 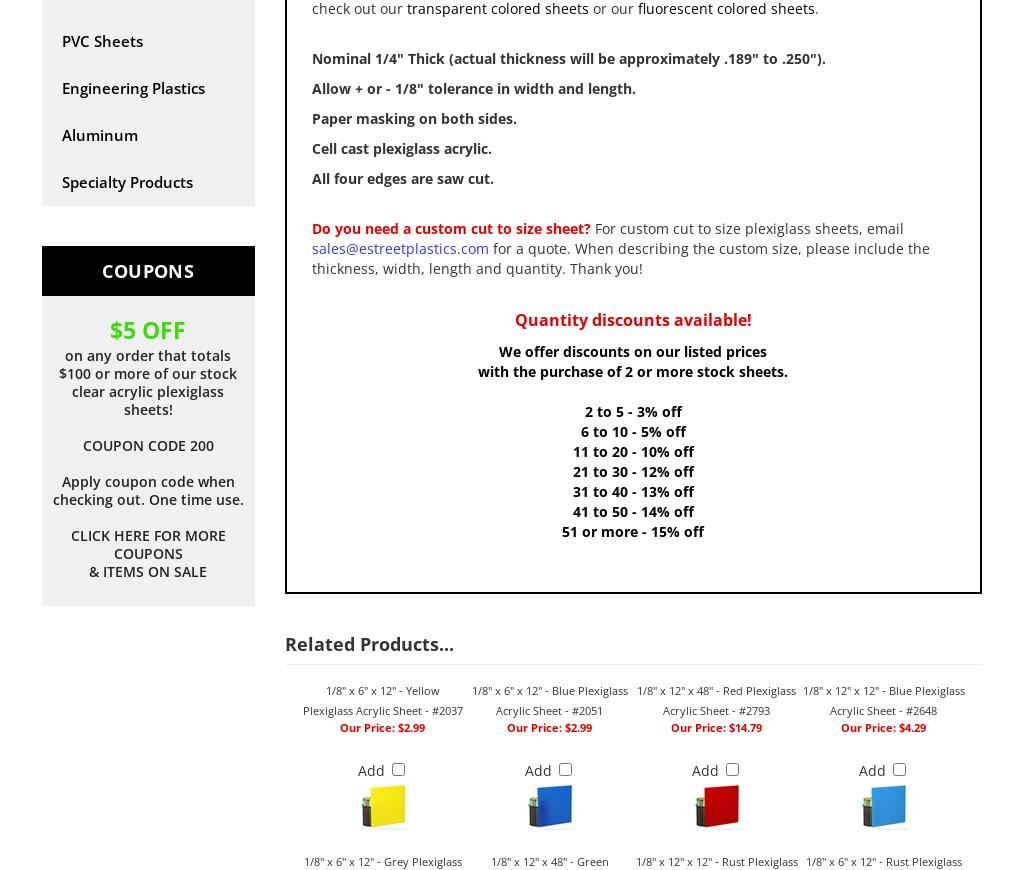 I want to click on '11 to 20 - 10% off', so click(x=632, y=449).